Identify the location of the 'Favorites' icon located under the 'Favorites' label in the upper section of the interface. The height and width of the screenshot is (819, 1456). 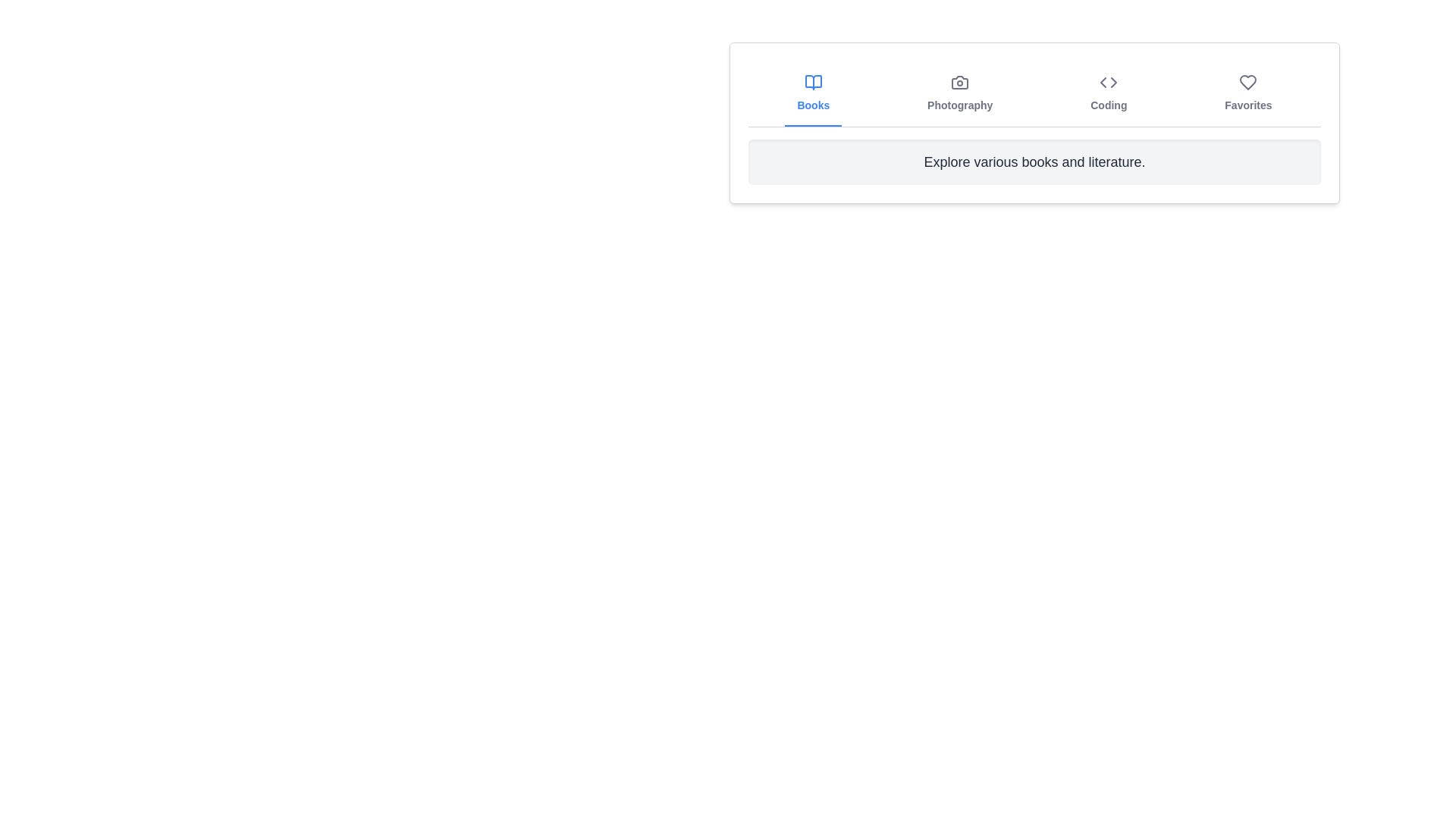
(1248, 82).